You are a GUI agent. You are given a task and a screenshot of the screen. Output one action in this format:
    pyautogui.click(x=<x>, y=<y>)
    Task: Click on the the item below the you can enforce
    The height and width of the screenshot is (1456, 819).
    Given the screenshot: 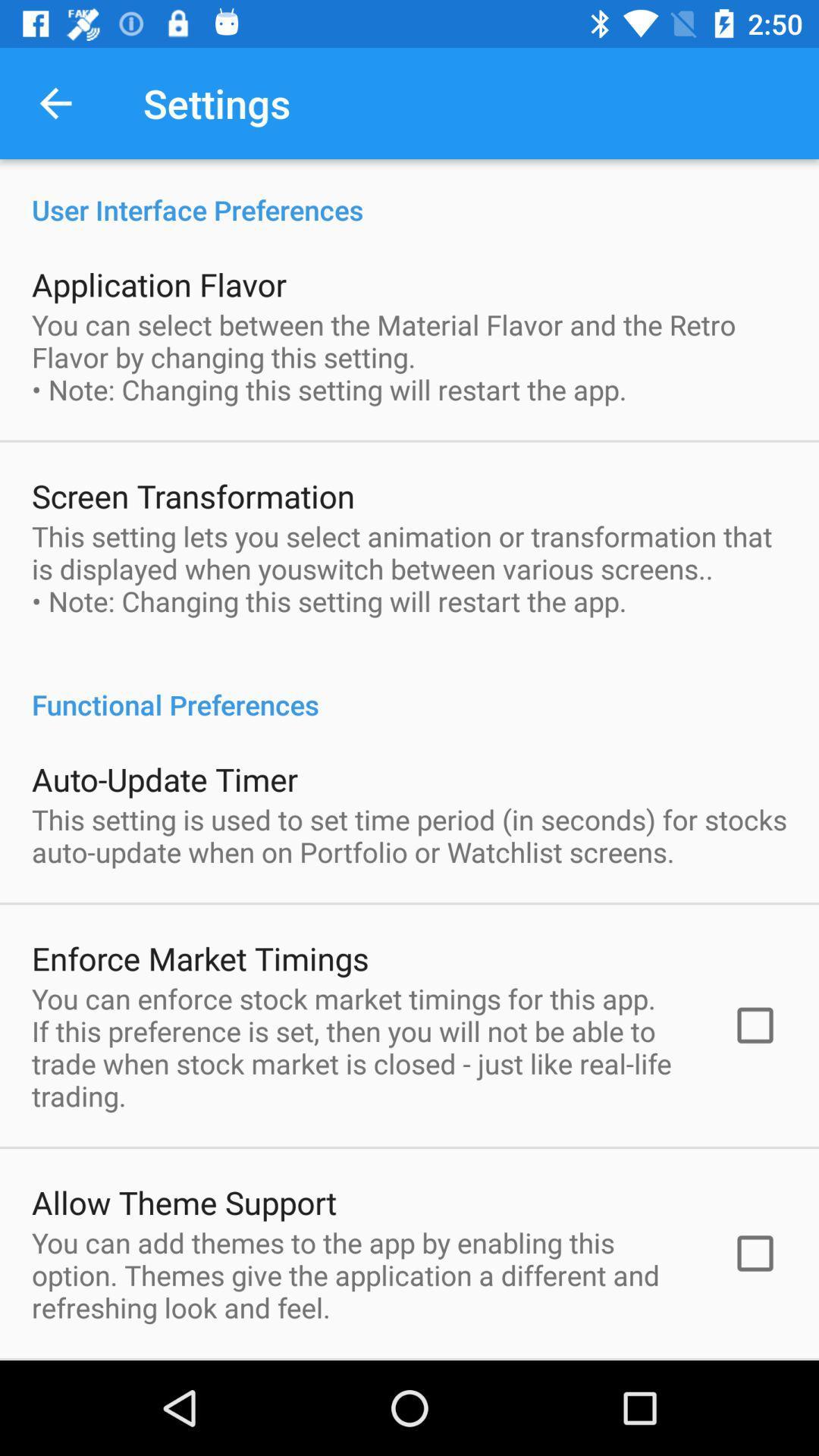 What is the action you would take?
    pyautogui.click(x=184, y=1201)
    